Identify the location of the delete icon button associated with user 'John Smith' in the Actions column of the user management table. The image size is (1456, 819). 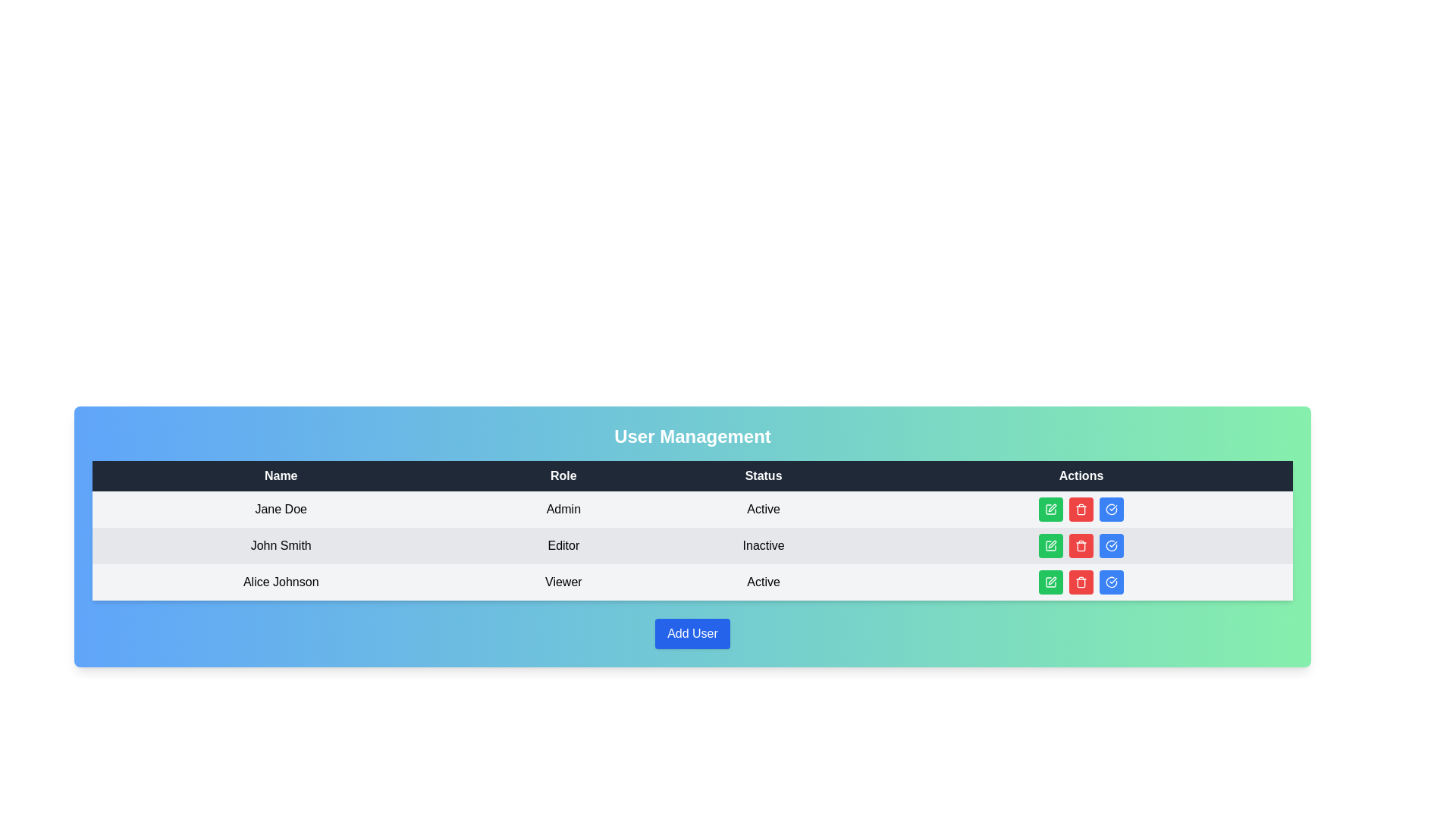
(1080, 509).